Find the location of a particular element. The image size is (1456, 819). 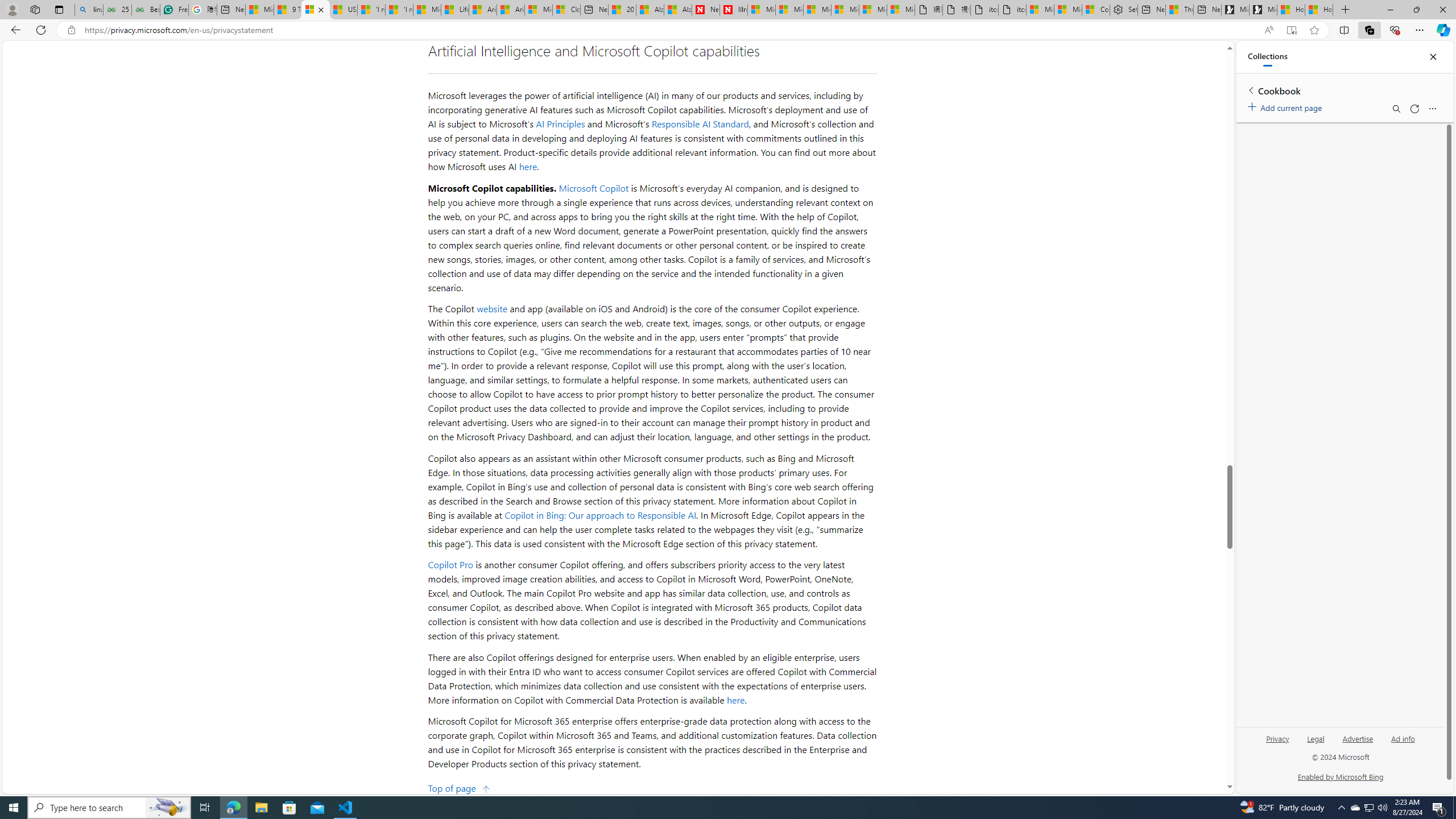

'Microsoft Copilot' is located at coordinates (593, 187).